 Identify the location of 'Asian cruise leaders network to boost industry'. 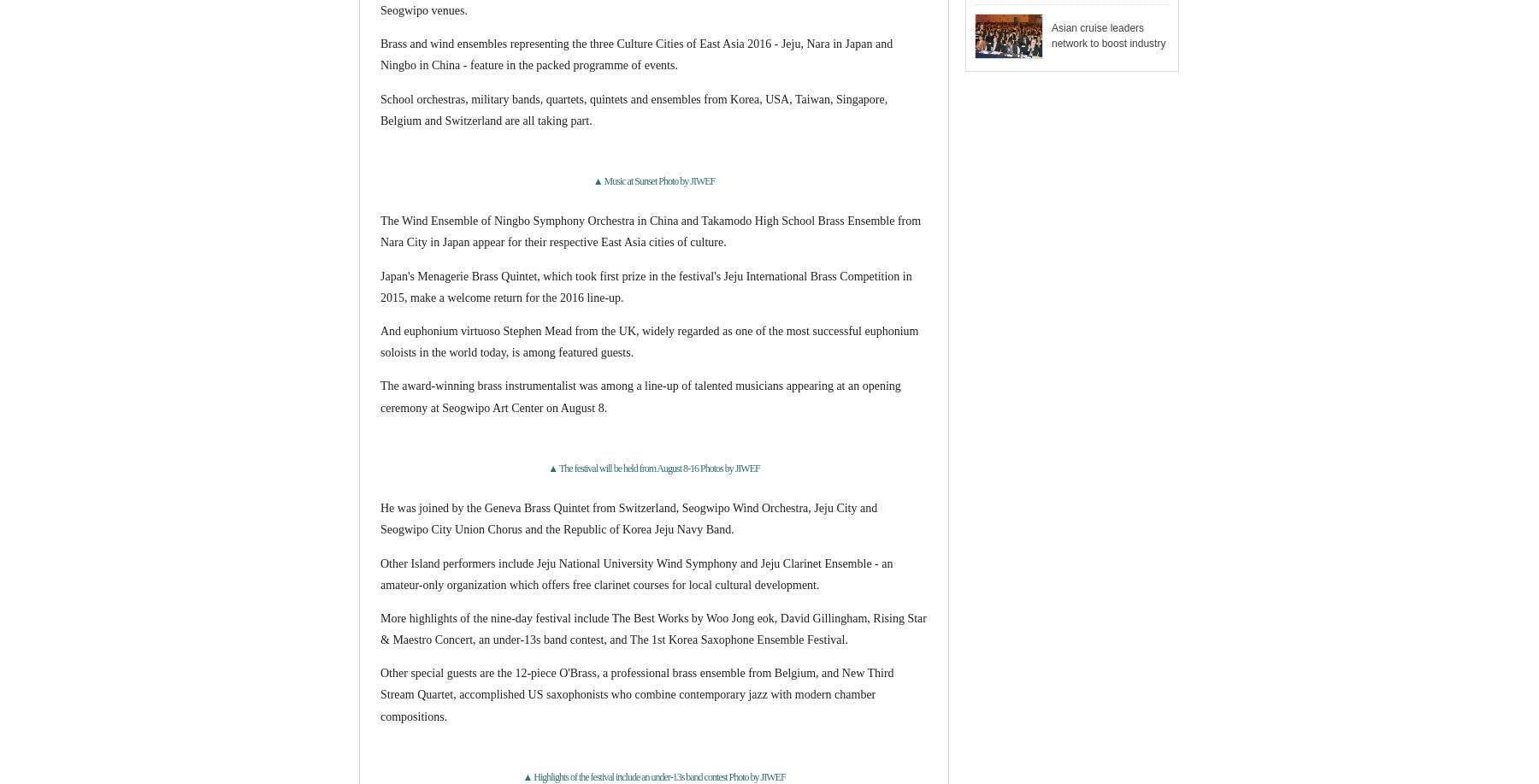
(859, 35).